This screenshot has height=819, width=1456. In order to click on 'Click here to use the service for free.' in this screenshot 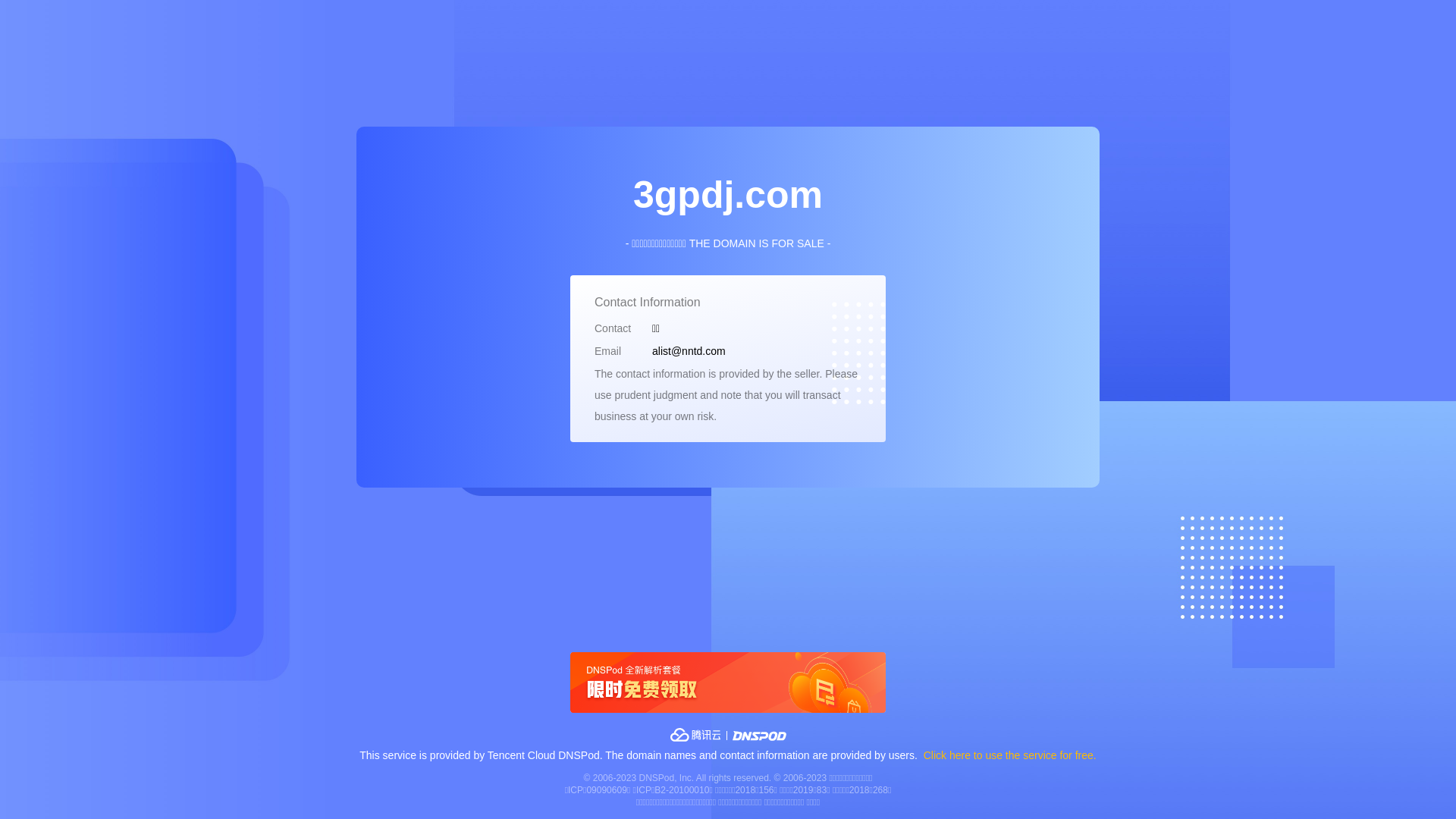, I will do `click(1010, 755)`.